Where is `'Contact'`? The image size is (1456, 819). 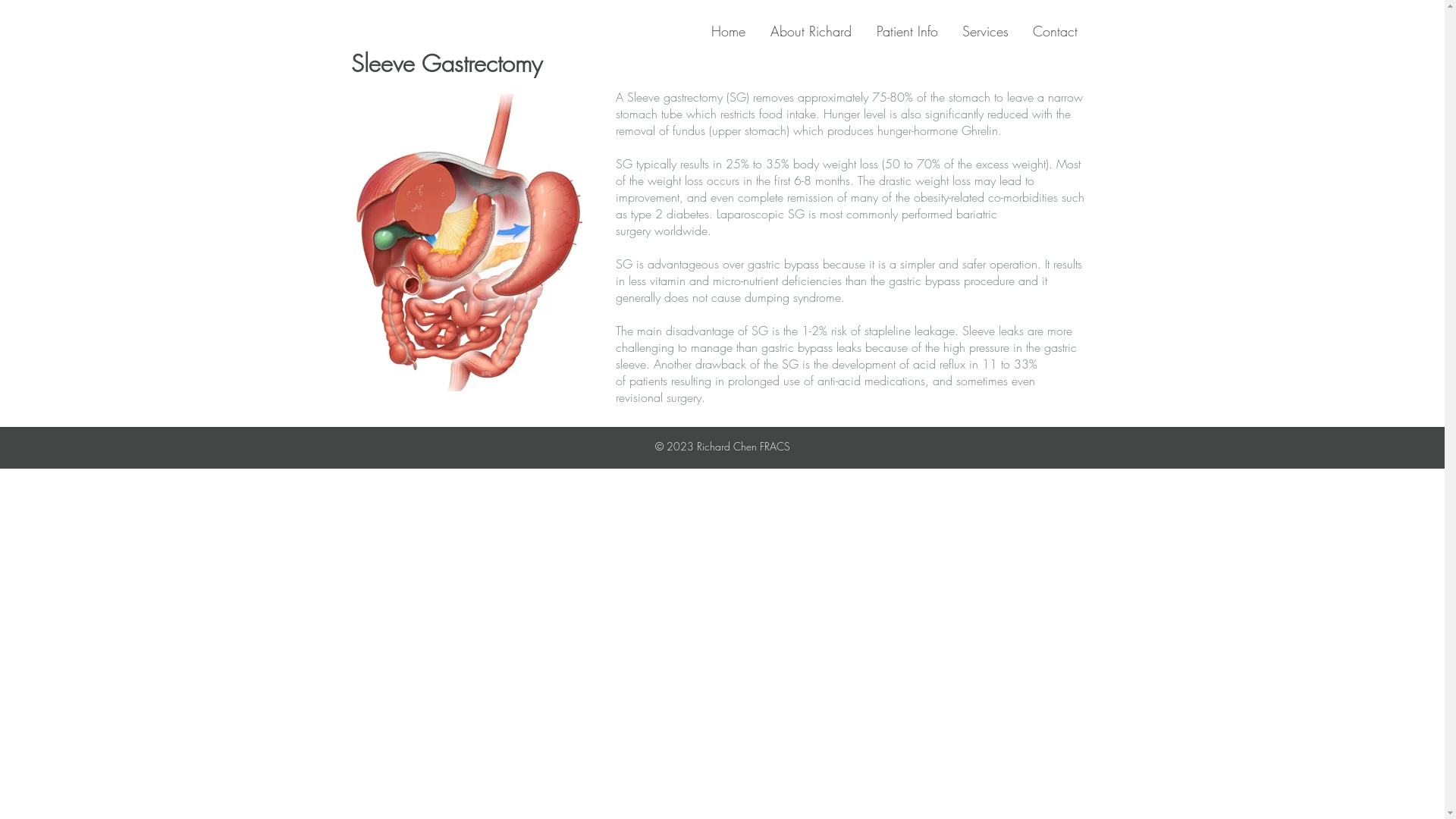
'Contact' is located at coordinates (1059, 31).